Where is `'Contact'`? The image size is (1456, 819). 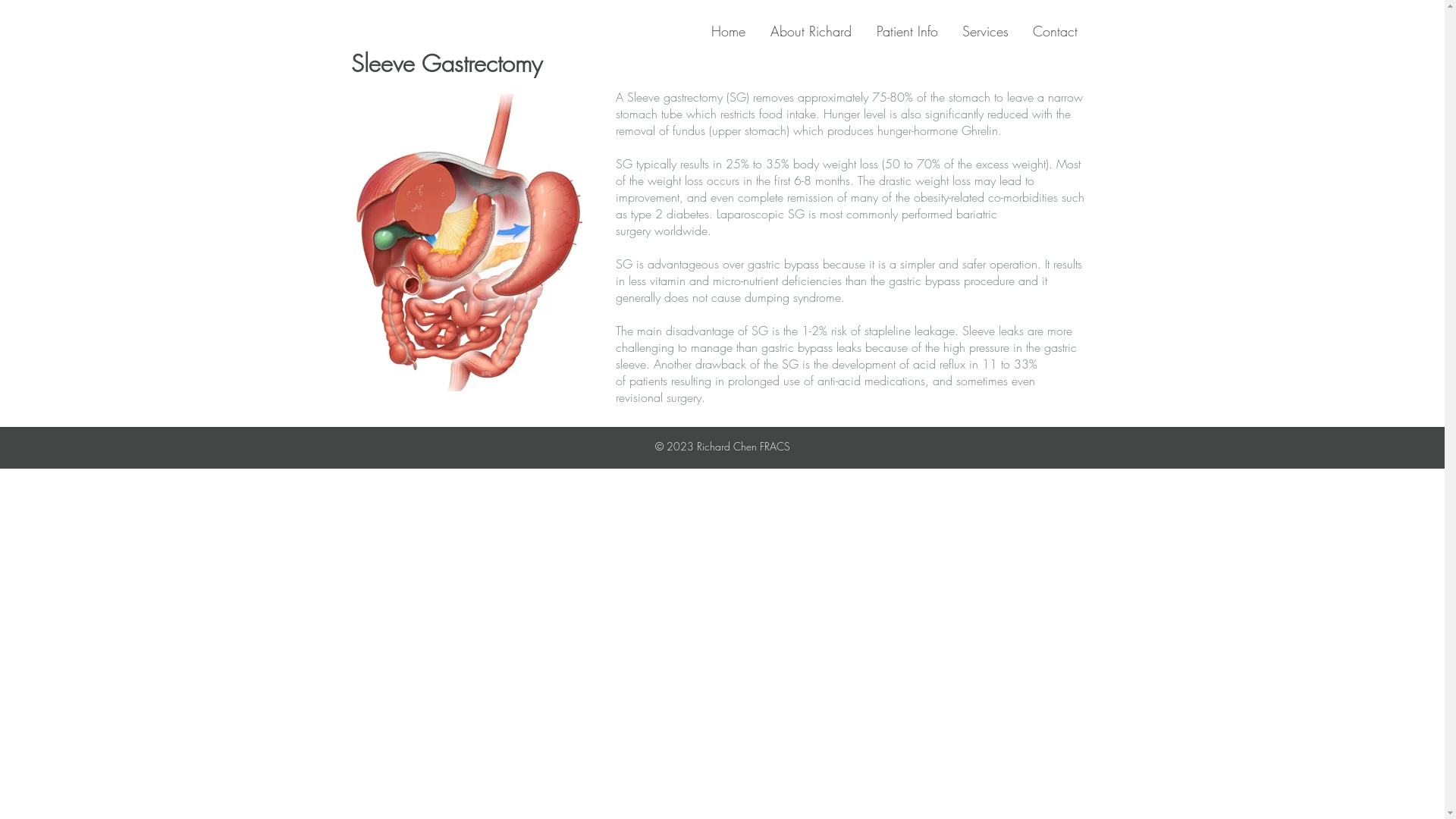
'Contact' is located at coordinates (1059, 31).